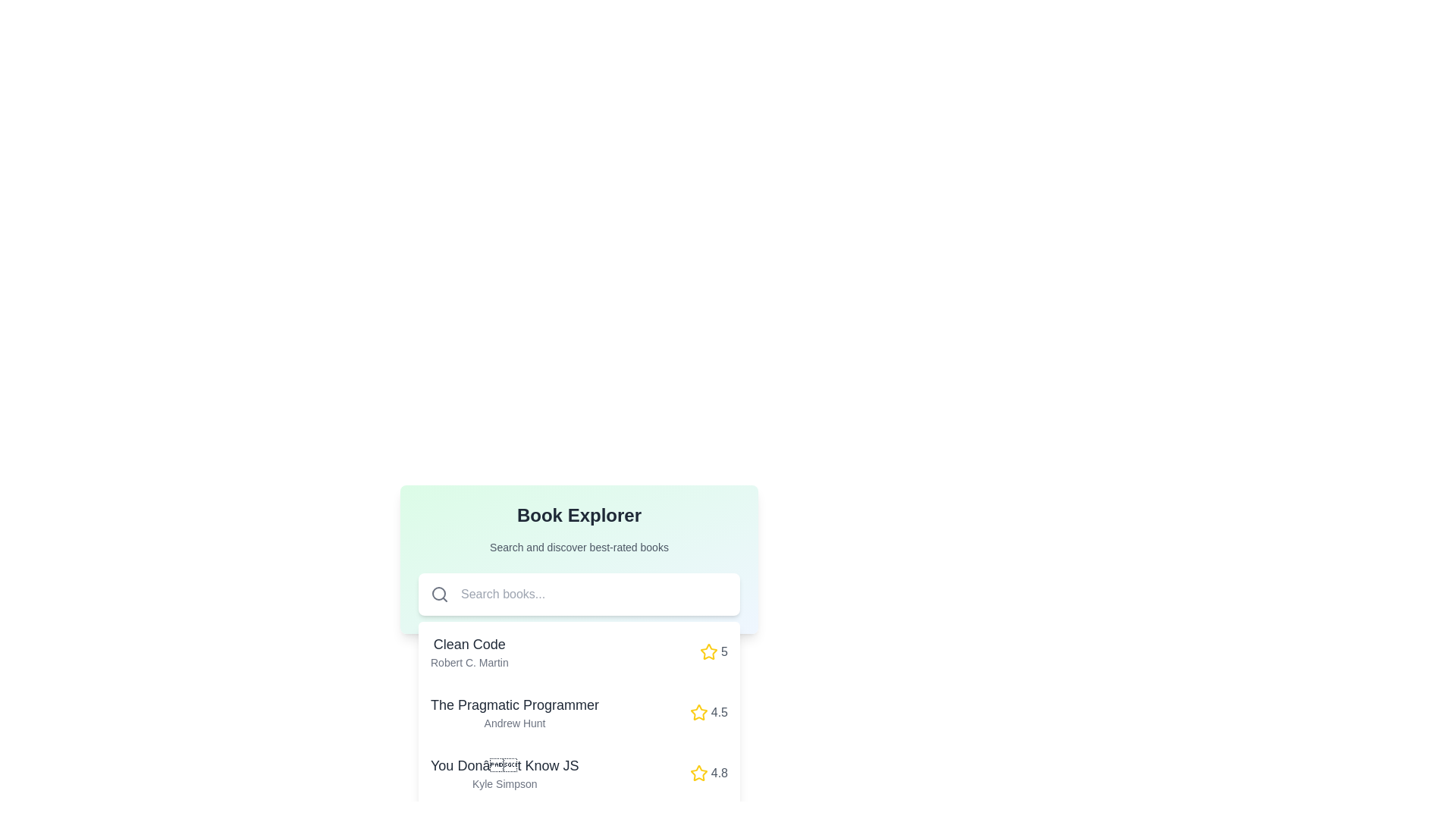  Describe the element at coordinates (578, 547) in the screenshot. I see `the static text that serves as a descriptive subtitle for the 'Book Explorer' feature, located beneath the title and above the search bar` at that location.